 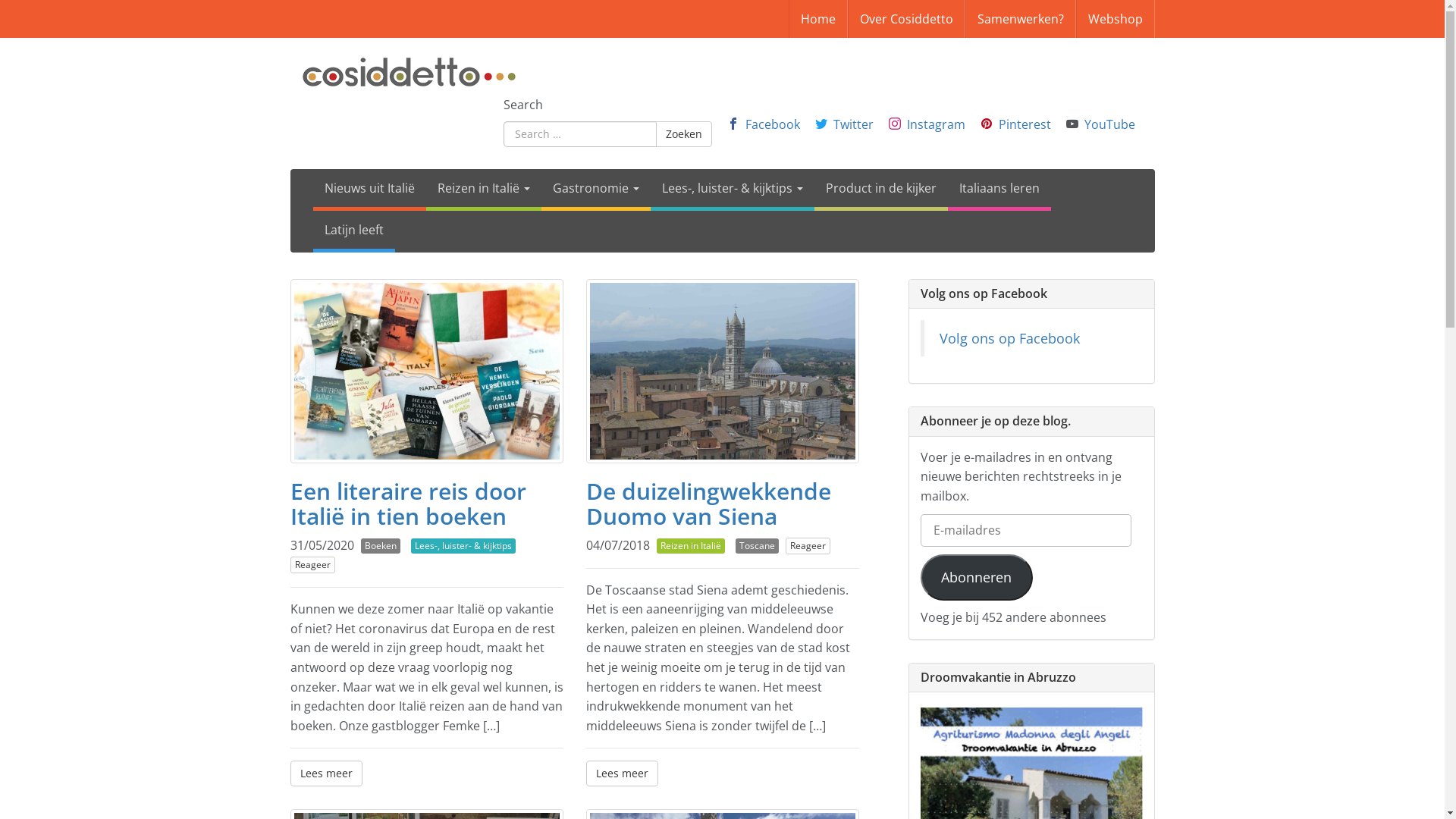 I want to click on 'Abonneren', so click(x=977, y=577).